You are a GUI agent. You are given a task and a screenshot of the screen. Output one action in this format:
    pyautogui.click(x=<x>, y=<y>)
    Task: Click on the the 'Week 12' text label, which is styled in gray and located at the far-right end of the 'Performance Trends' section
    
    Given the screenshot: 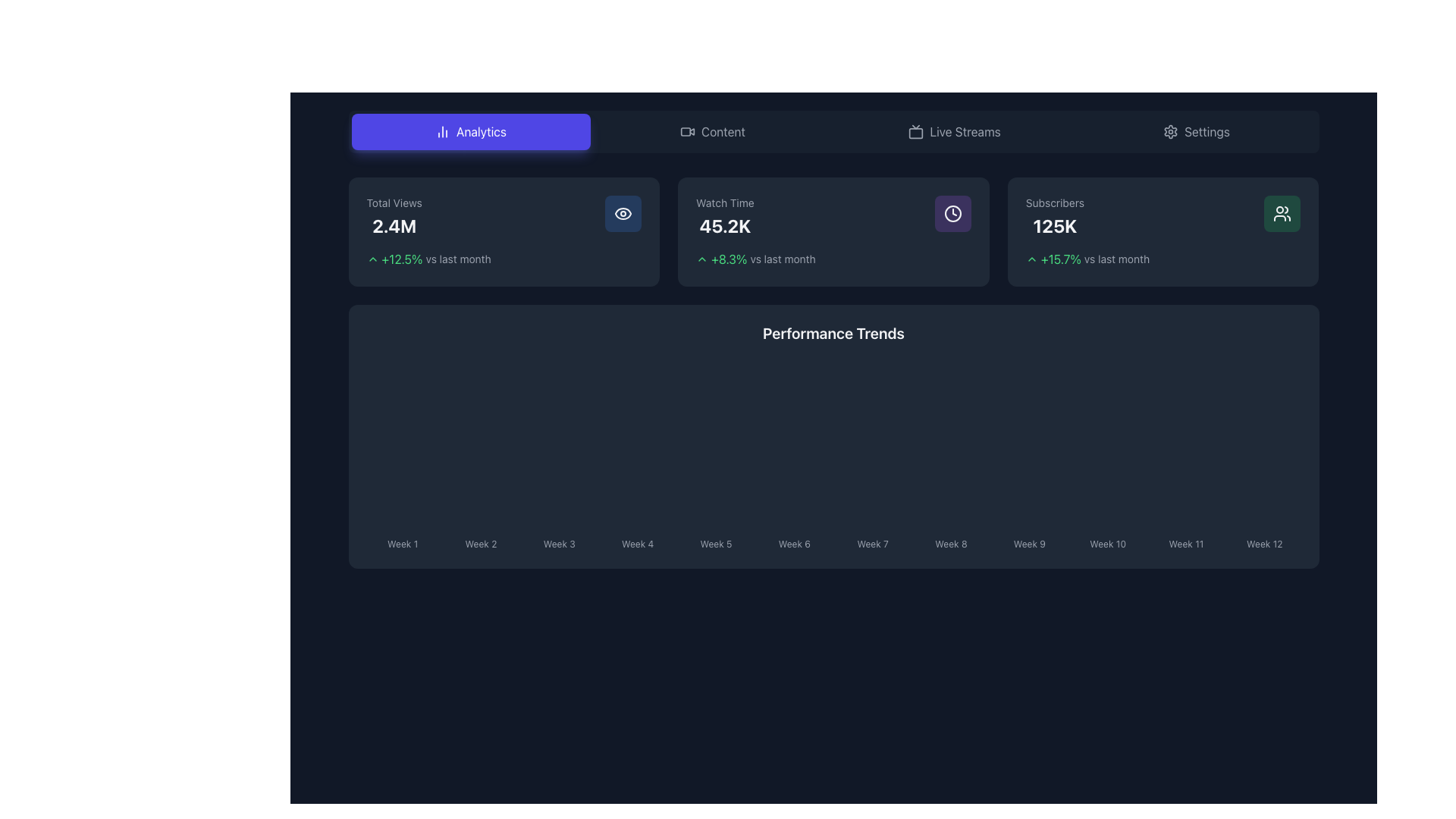 What is the action you would take?
    pyautogui.click(x=1264, y=543)
    